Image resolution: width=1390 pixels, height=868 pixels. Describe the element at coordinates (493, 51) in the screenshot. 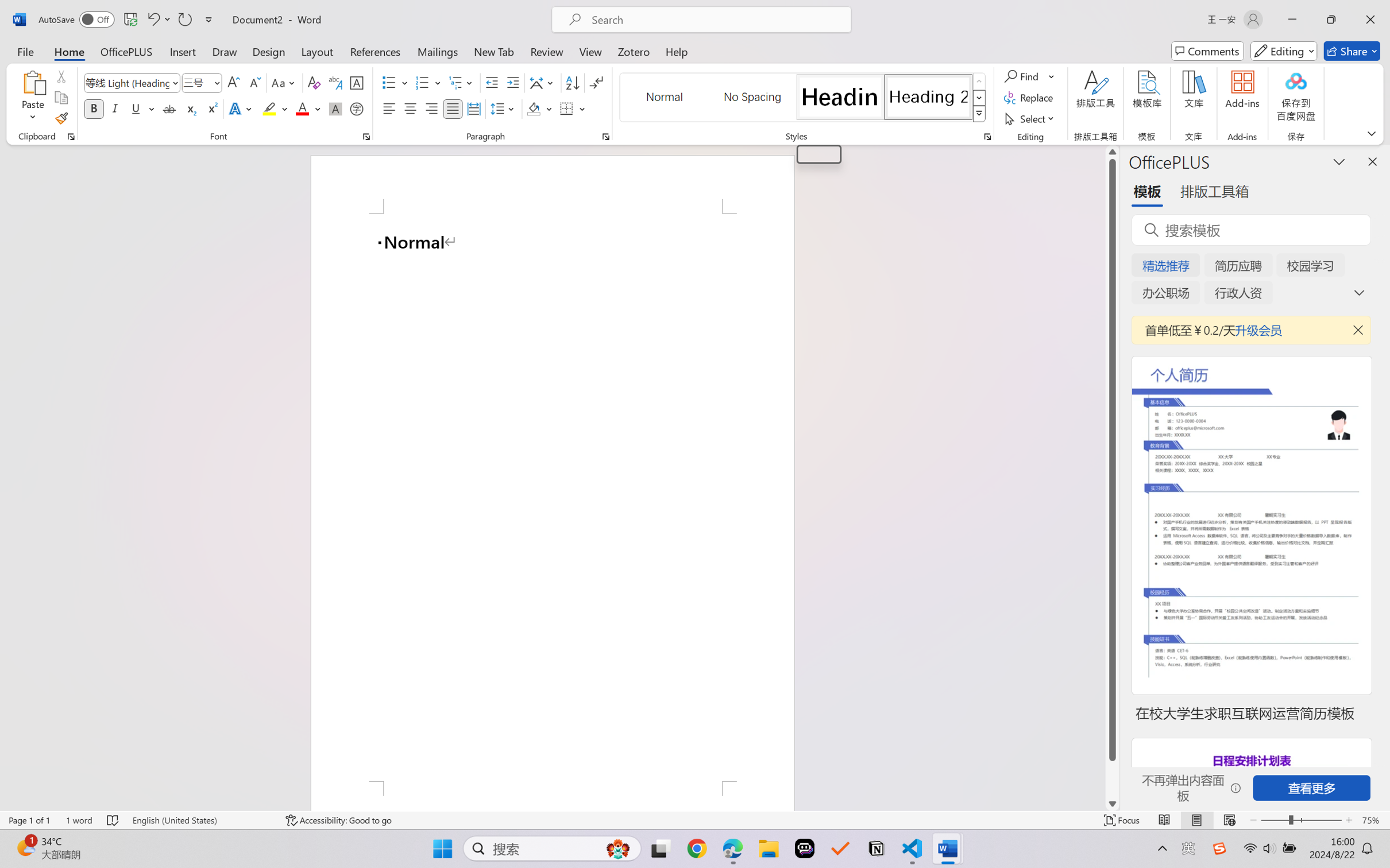

I see `'New Tab'` at that location.